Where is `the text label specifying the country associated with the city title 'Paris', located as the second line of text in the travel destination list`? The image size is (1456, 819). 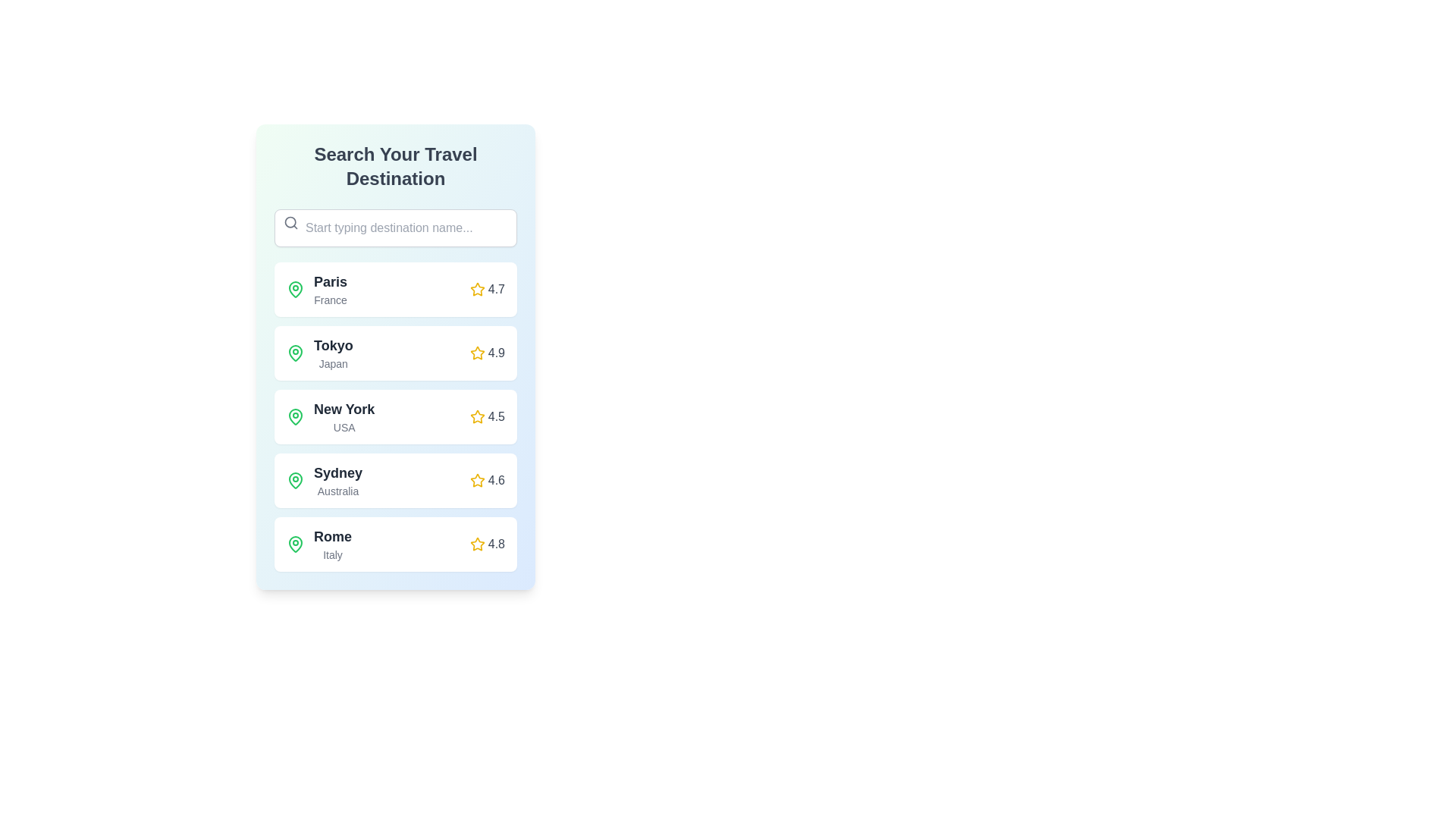
the text label specifying the country associated with the city title 'Paris', located as the second line of text in the travel destination list is located at coordinates (330, 300).